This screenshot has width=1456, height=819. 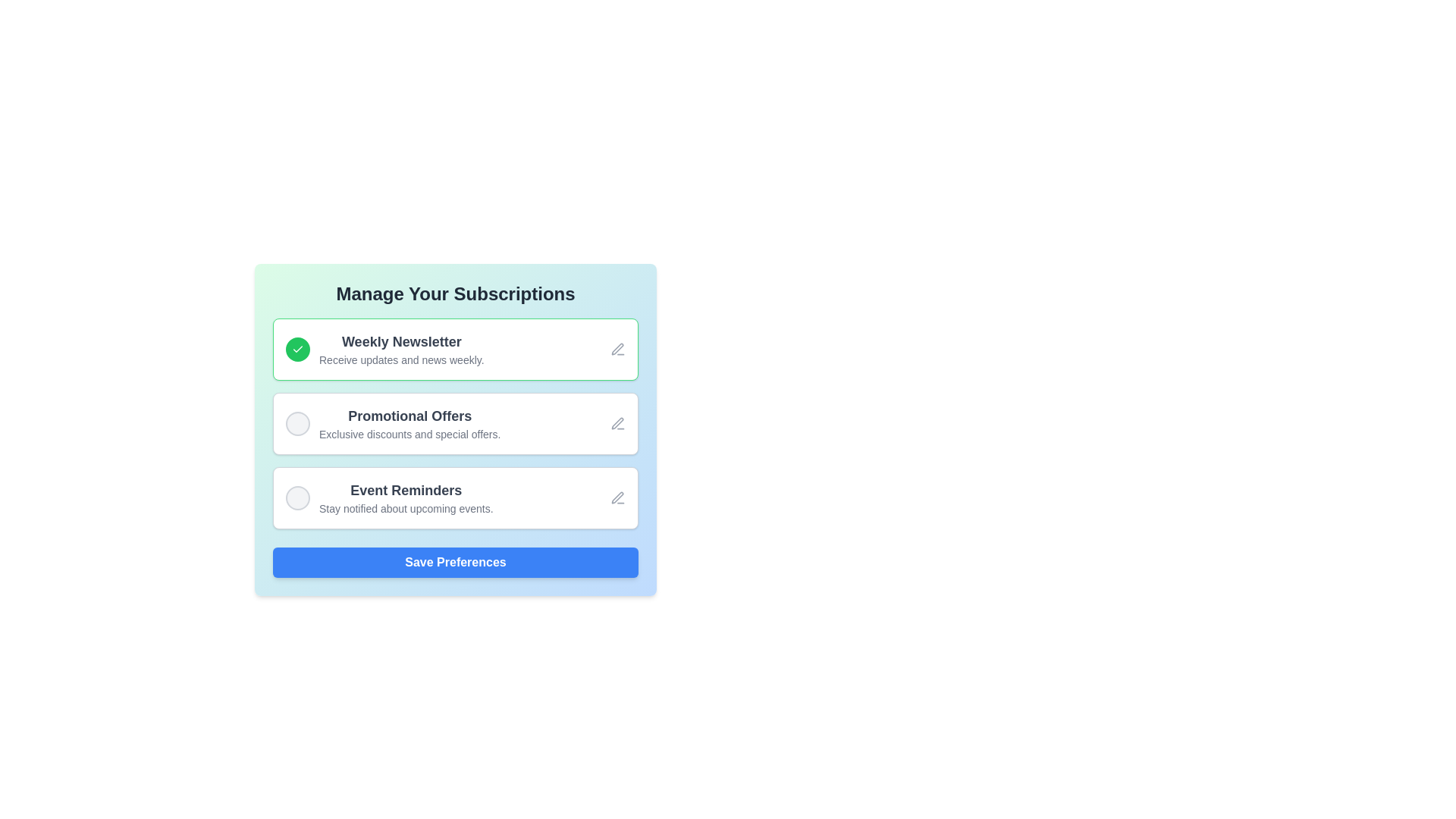 What do you see at coordinates (618, 424) in the screenshot?
I see `the pen icon located in the 'Promotional Offers' card of the 'Manage Your Subscriptions' section` at bounding box center [618, 424].